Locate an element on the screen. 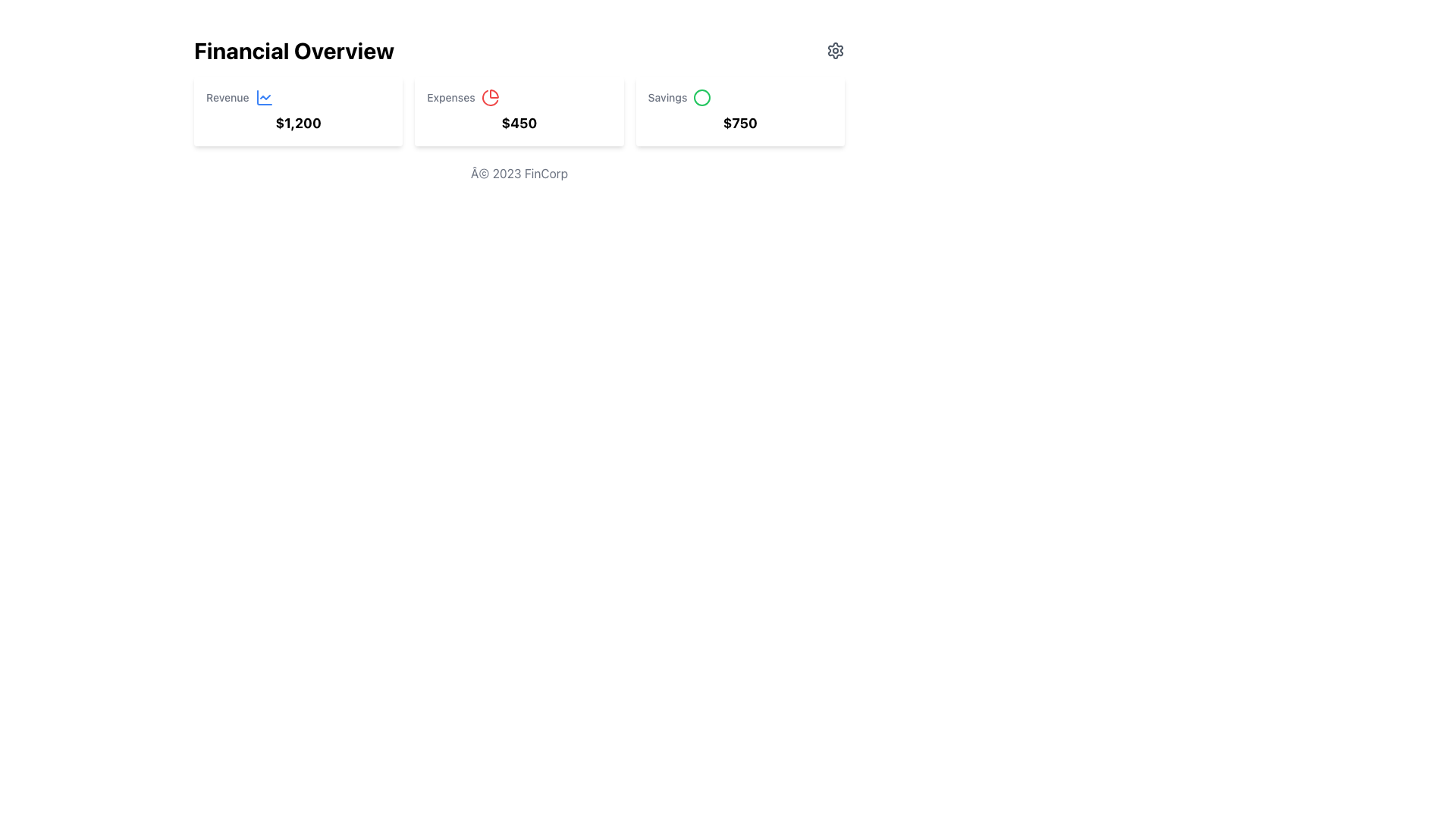 The height and width of the screenshot is (819, 1456). the Informational Card that displays the savings amount, located as the third card in a row of financial overview cards is located at coordinates (740, 110).